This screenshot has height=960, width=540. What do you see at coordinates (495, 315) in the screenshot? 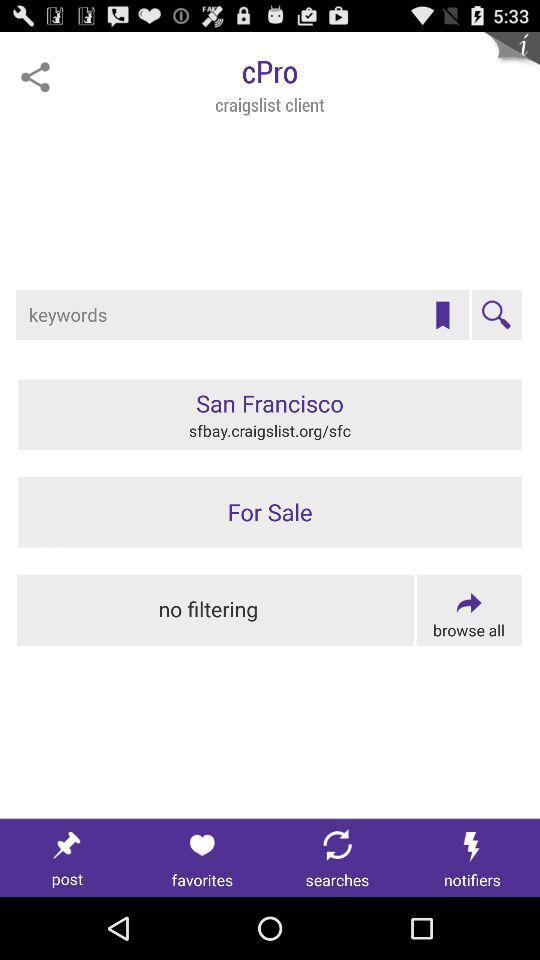
I see `search` at bounding box center [495, 315].